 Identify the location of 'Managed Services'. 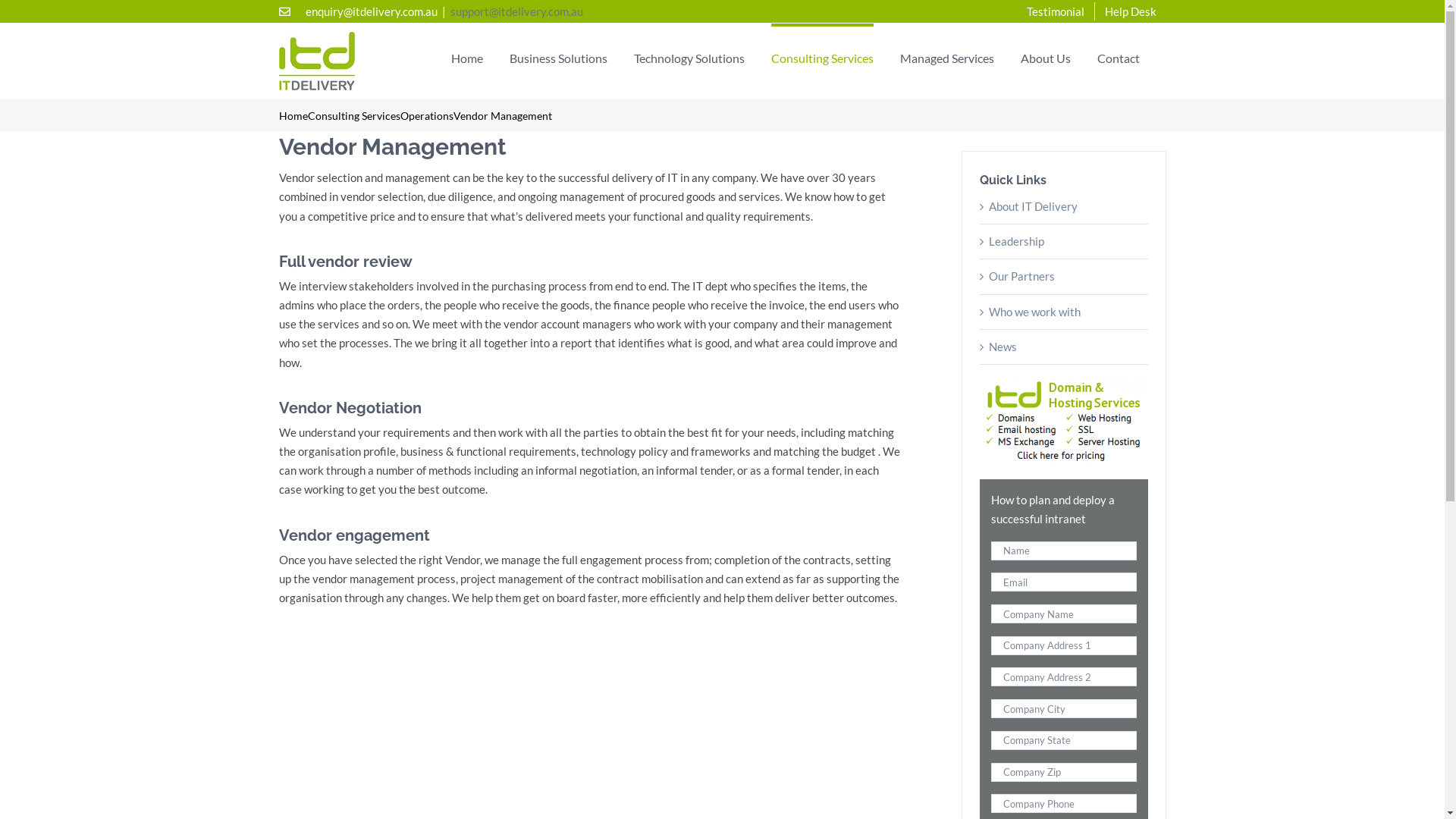
(946, 55).